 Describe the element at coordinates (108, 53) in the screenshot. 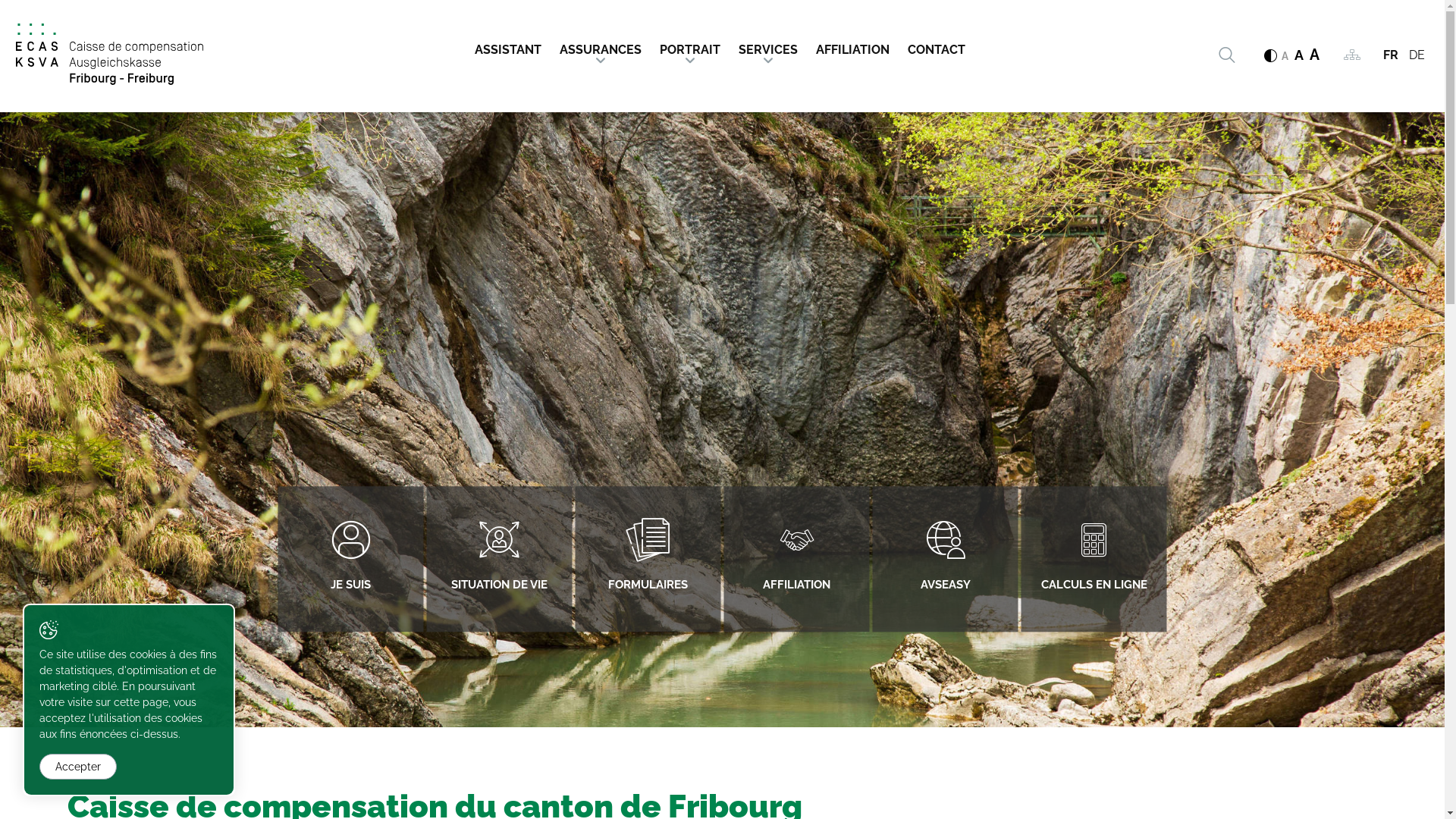

I see `'Caisse de compensation du canton de Fribourg'` at that location.